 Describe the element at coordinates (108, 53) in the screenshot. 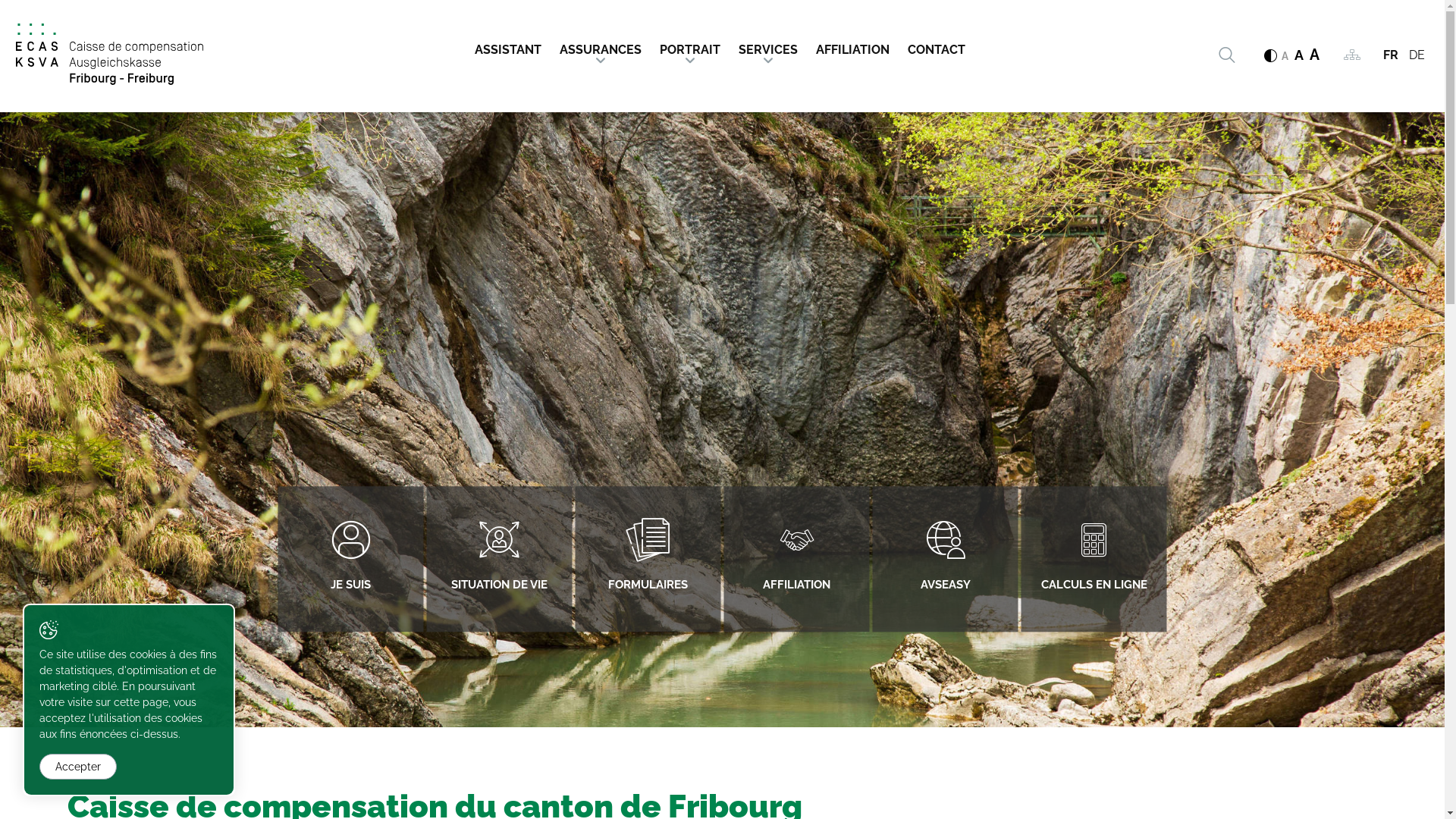

I see `'Caisse de compensation du canton de Fribourg'` at that location.